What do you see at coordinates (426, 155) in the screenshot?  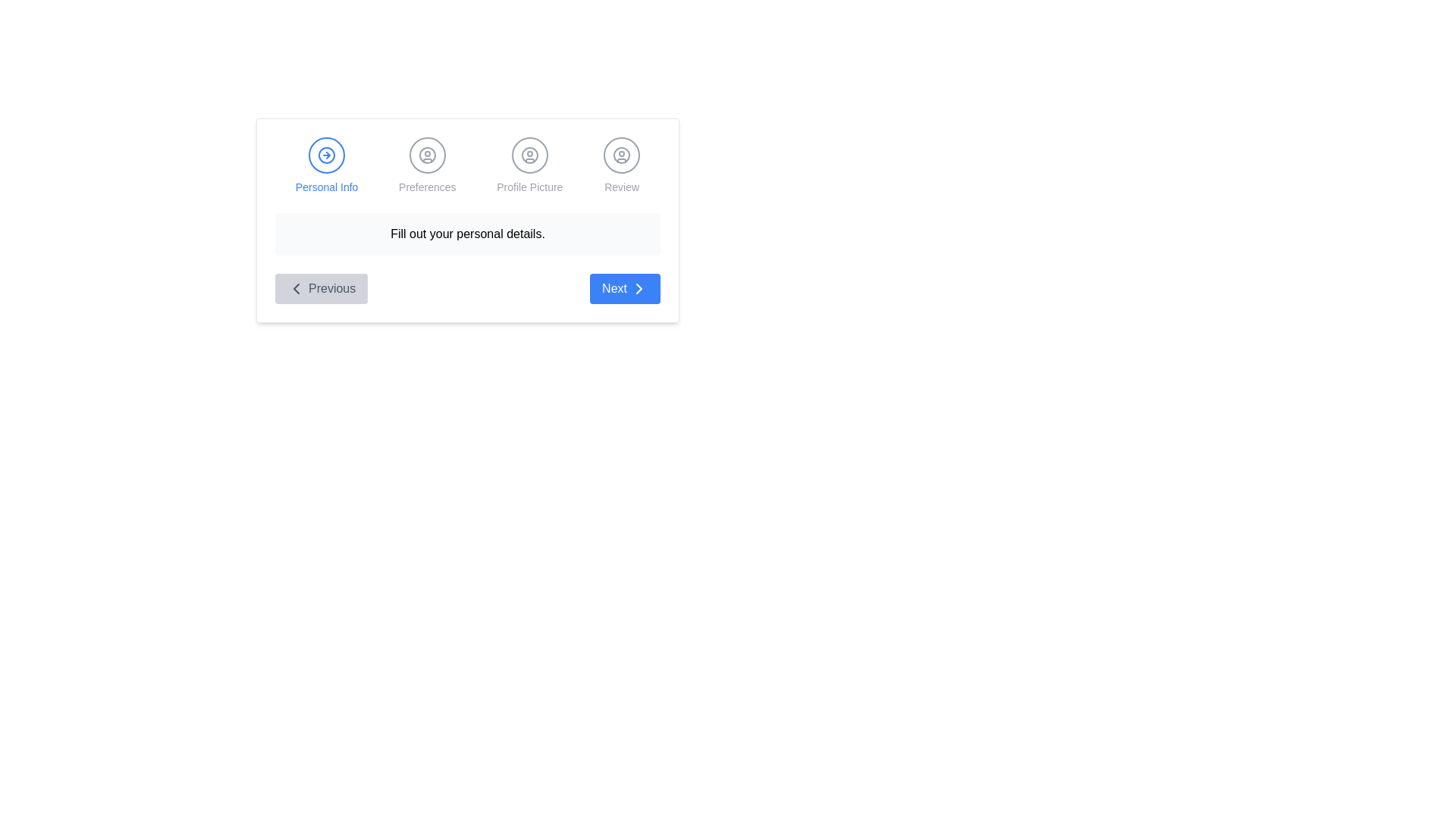 I see `the circular icon featuring a minimalistic user silhouette design, located under the 'Preferences' label` at bounding box center [426, 155].